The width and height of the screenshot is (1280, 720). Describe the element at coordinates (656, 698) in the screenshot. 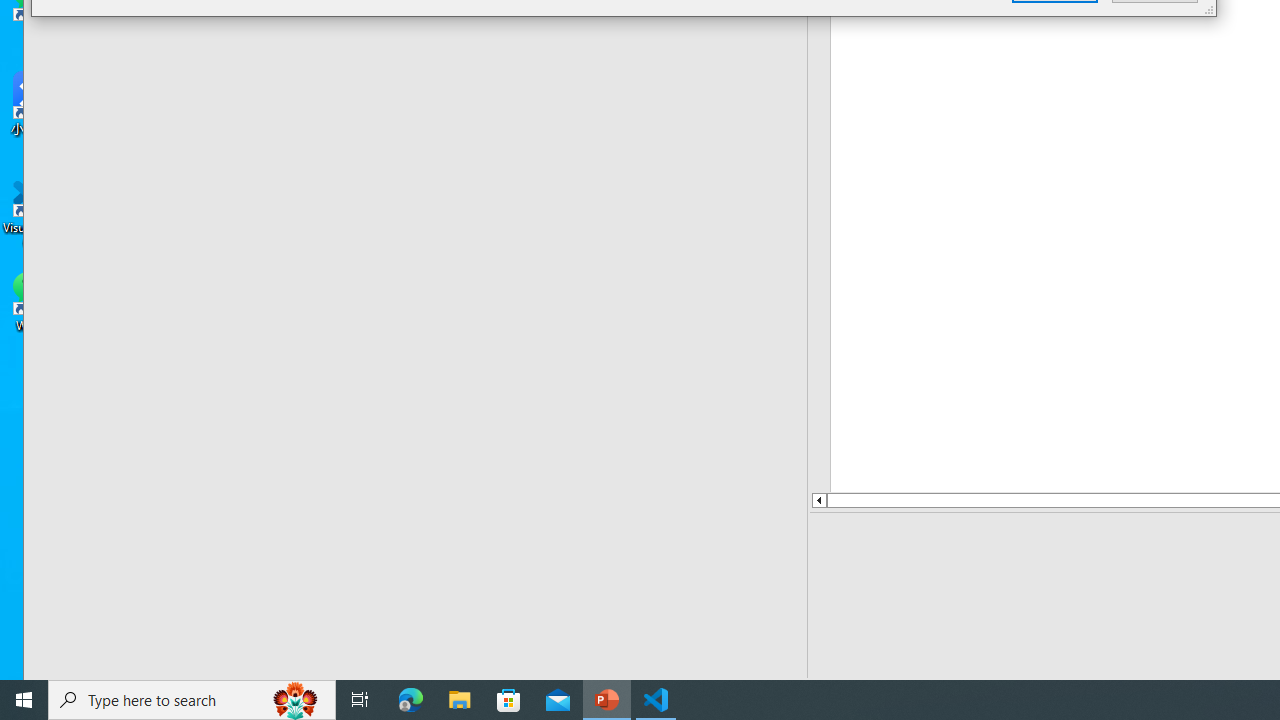

I see `'Visual Studio Code - 1 running window'` at that location.